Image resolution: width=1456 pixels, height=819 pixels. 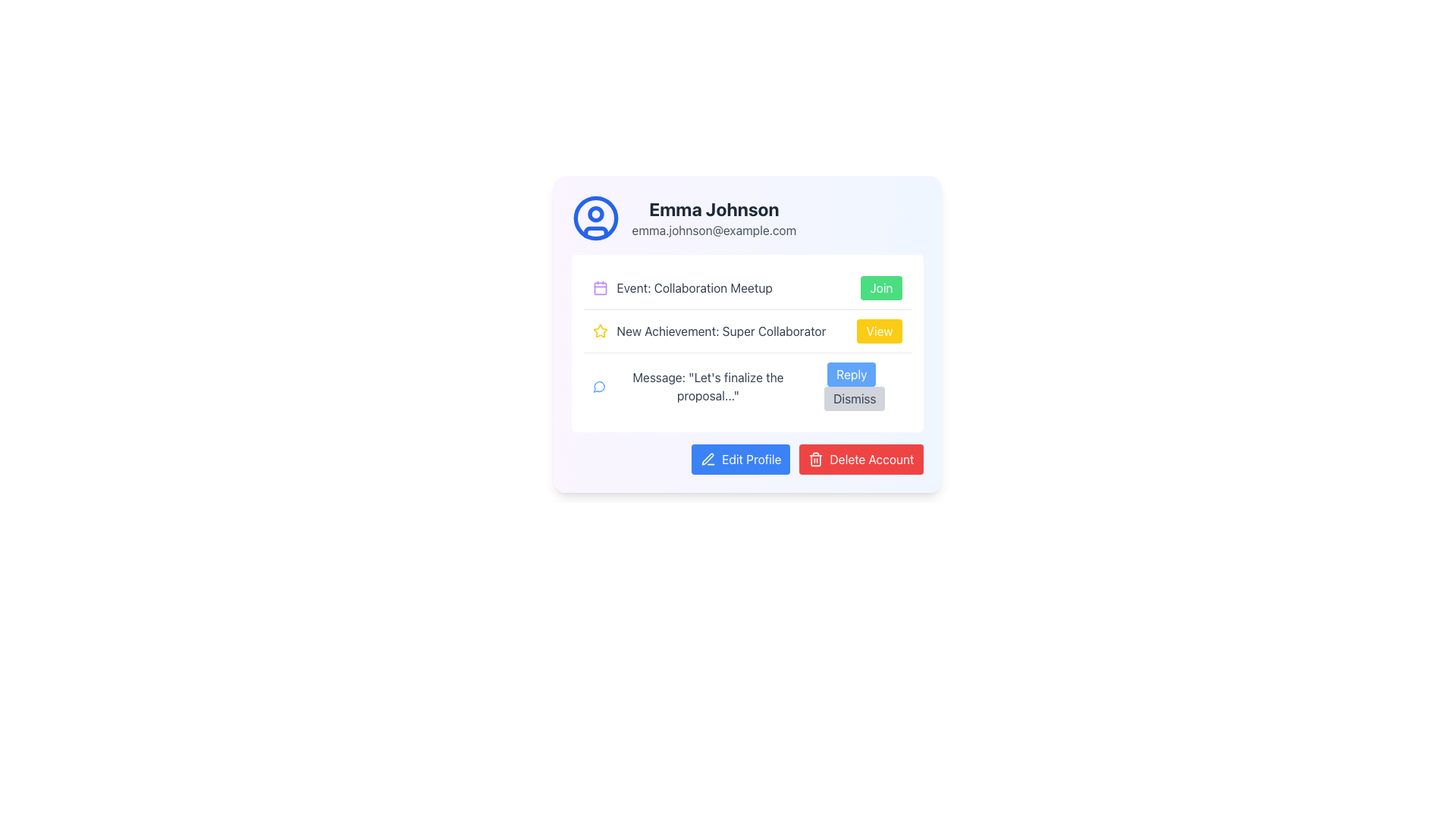 What do you see at coordinates (696, 385) in the screenshot?
I see `the message display with the text 'Message: "Let's finalize the proposal..."' and the blue circular speech bubble icon, located below 'Event: Collaboration Meetup' and 'New Achievement: Super Collaborator', and to the left of 'Reply' and 'Dismiss' buttons` at bounding box center [696, 385].